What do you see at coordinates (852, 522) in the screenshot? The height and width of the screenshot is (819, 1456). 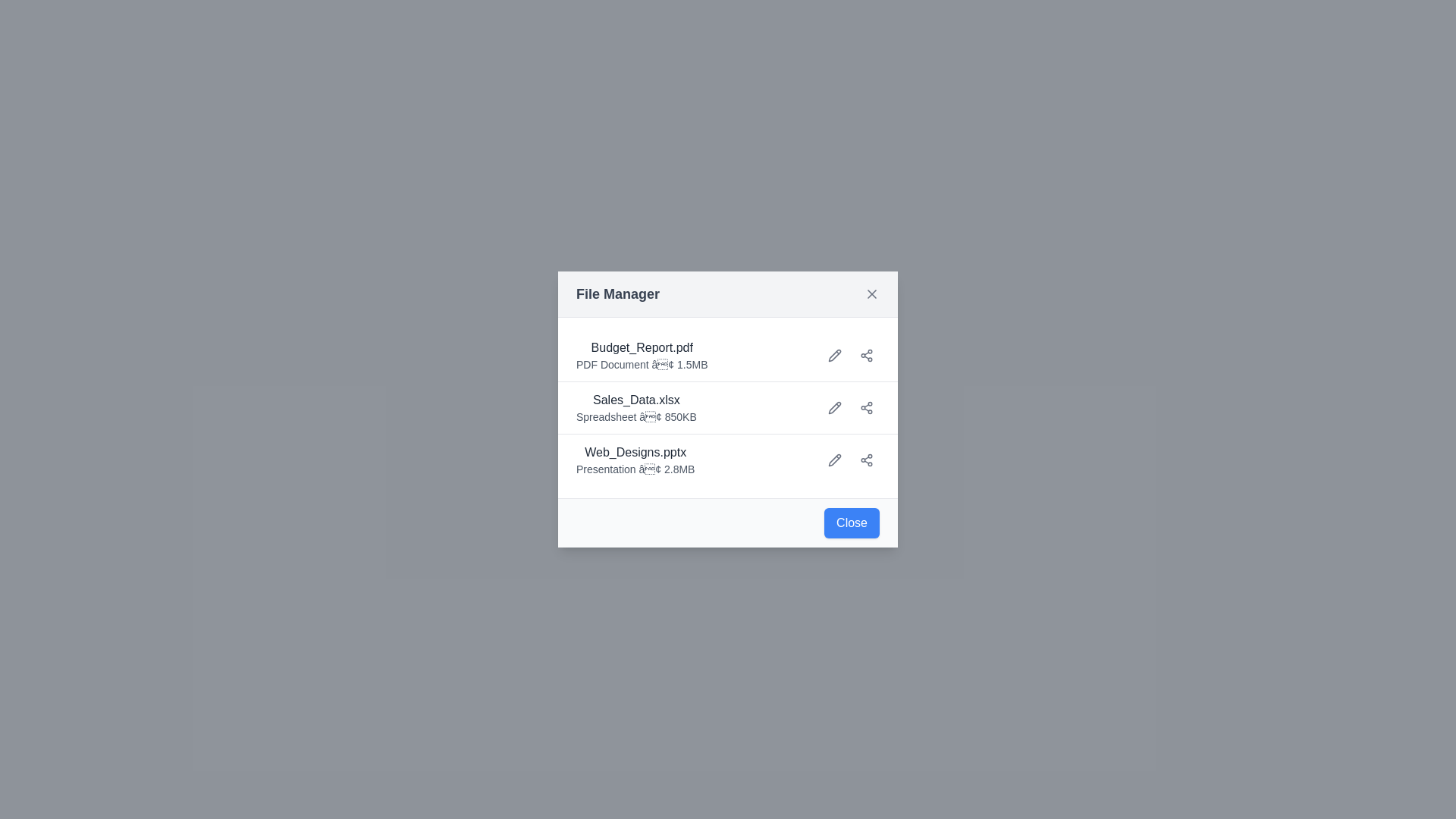 I see `the Close button to close the dialog` at bounding box center [852, 522].